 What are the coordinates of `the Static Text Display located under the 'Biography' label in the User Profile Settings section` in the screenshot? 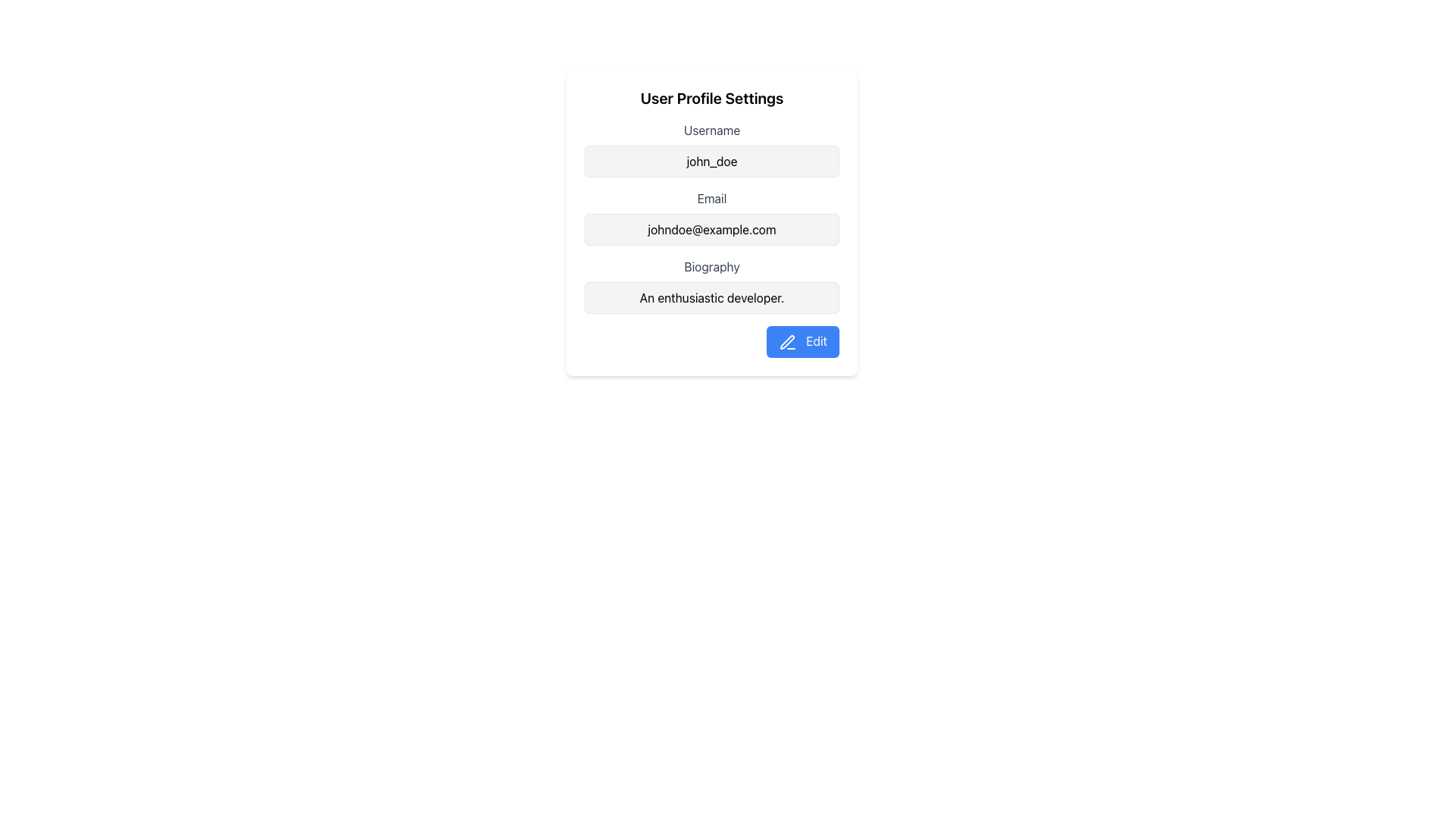 It's located at (711, 298).